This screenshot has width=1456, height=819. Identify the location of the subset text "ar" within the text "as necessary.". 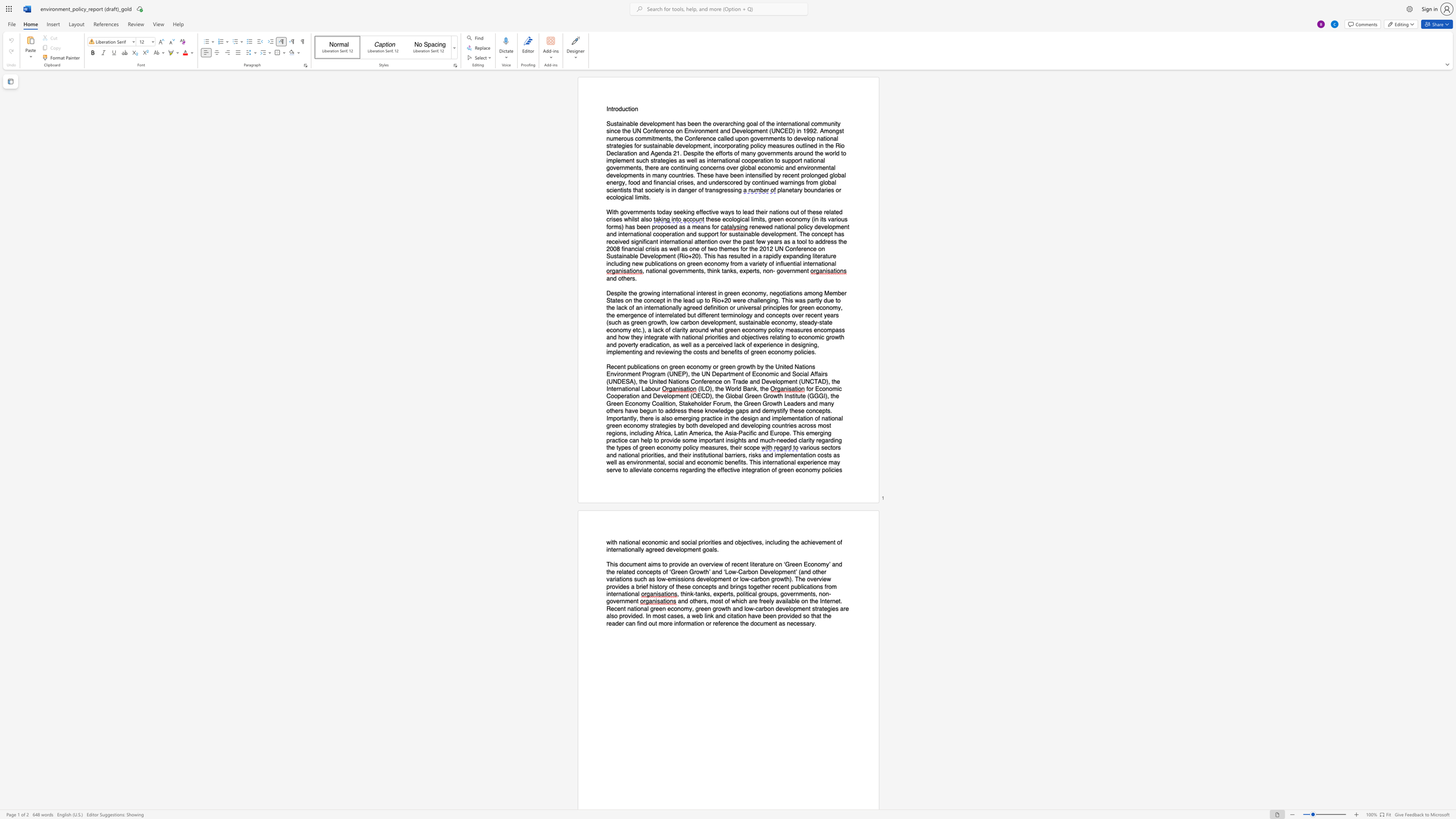
(806, 623).